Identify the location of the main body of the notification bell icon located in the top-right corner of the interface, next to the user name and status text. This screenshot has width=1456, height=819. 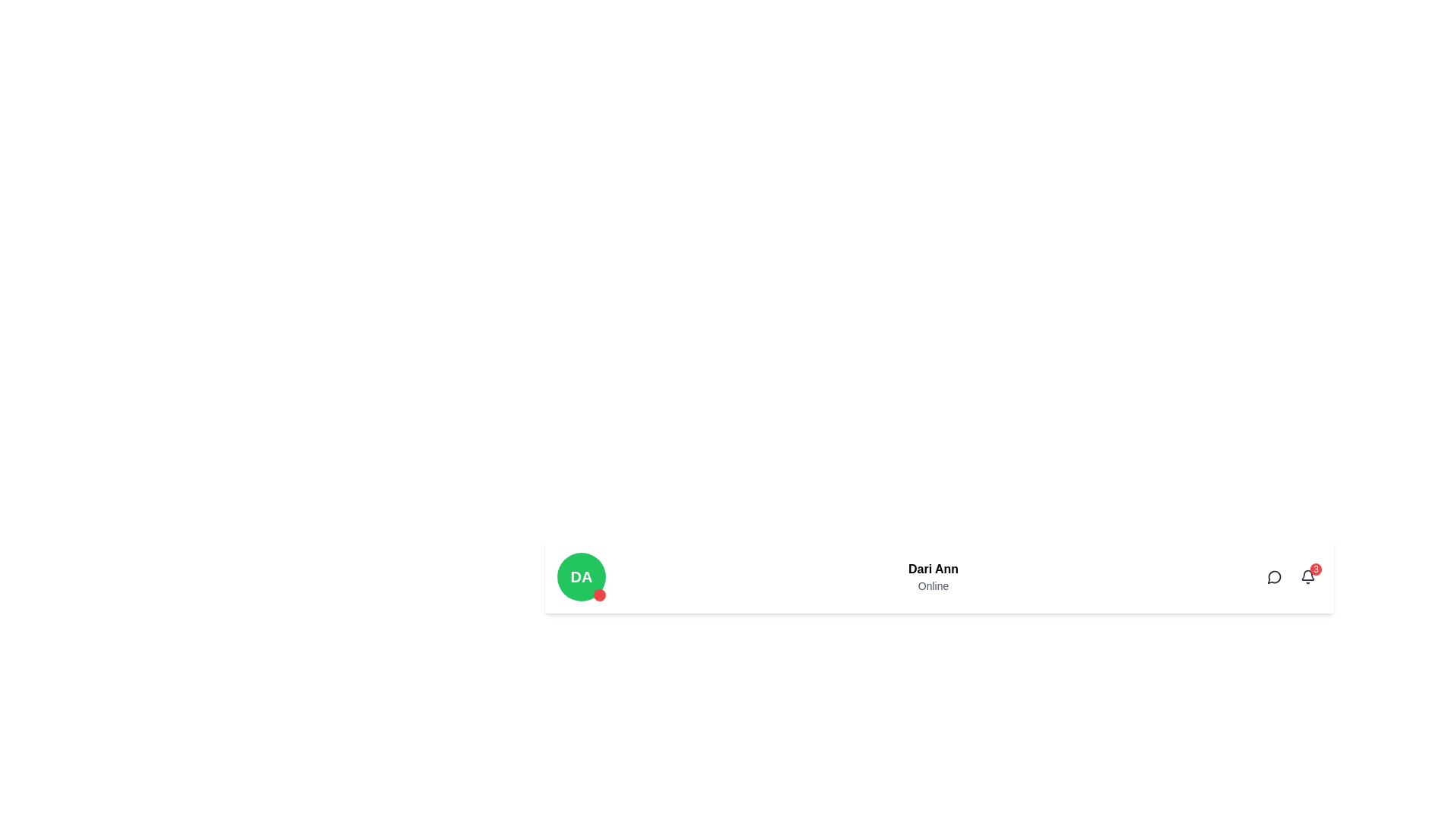
(1307, 575).